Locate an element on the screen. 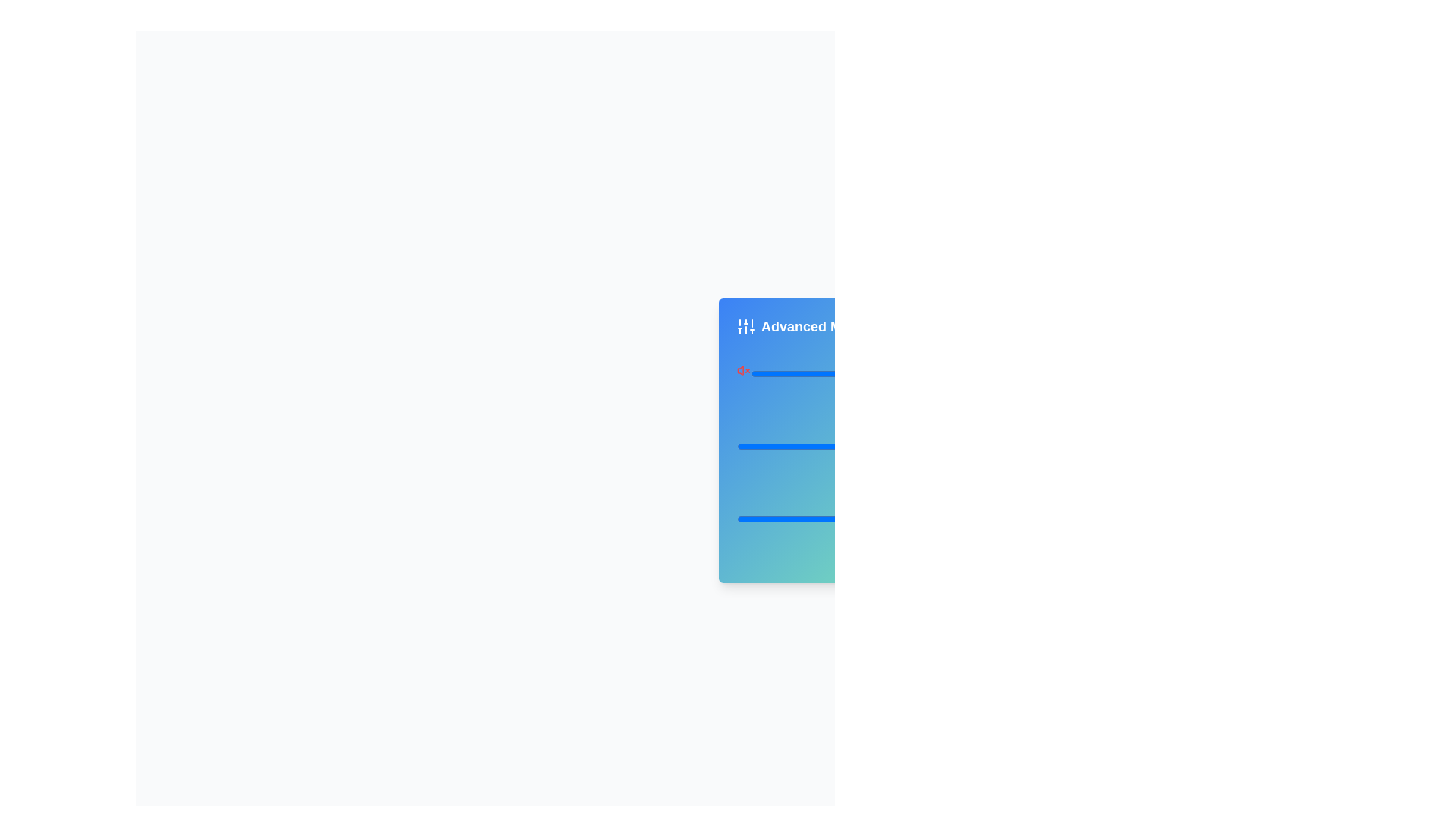  the balance value is located at coordinates (843, 446).